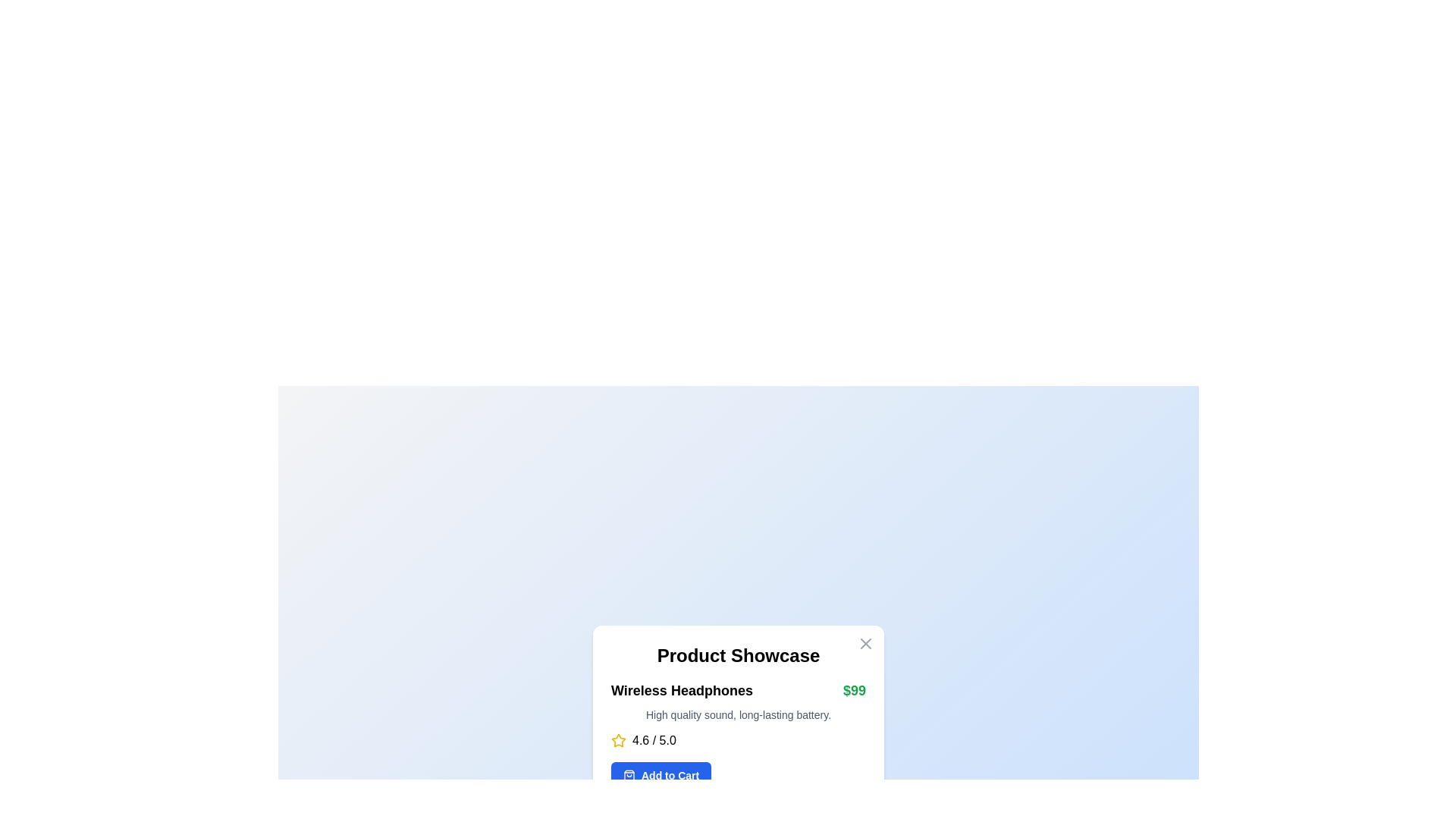 This screenshot has height=819, width=1456. I want to click on the 'x' icon located in the top right corner of the card, so click(866, 643).